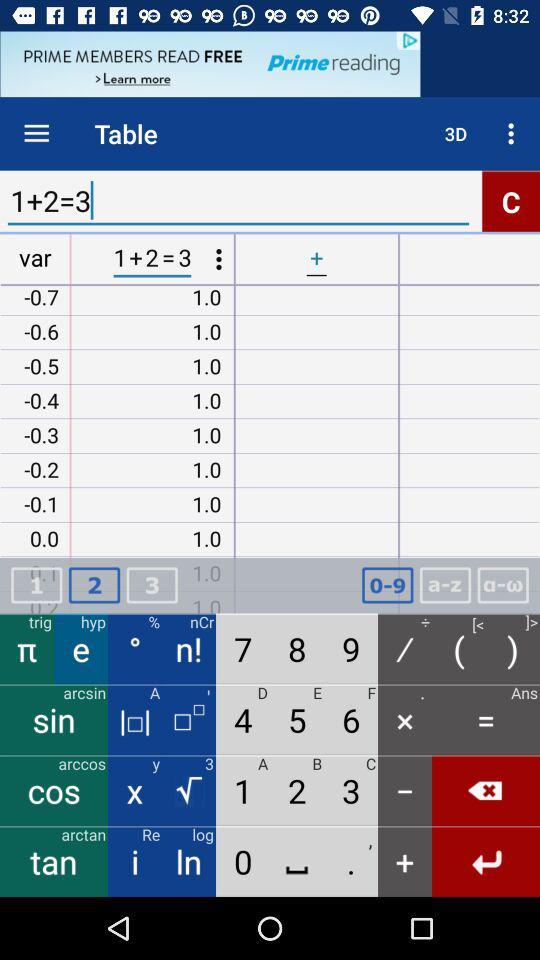  Describe the element at coordinates (387, 585) in the screenshot. I see `number pad option` at that location.